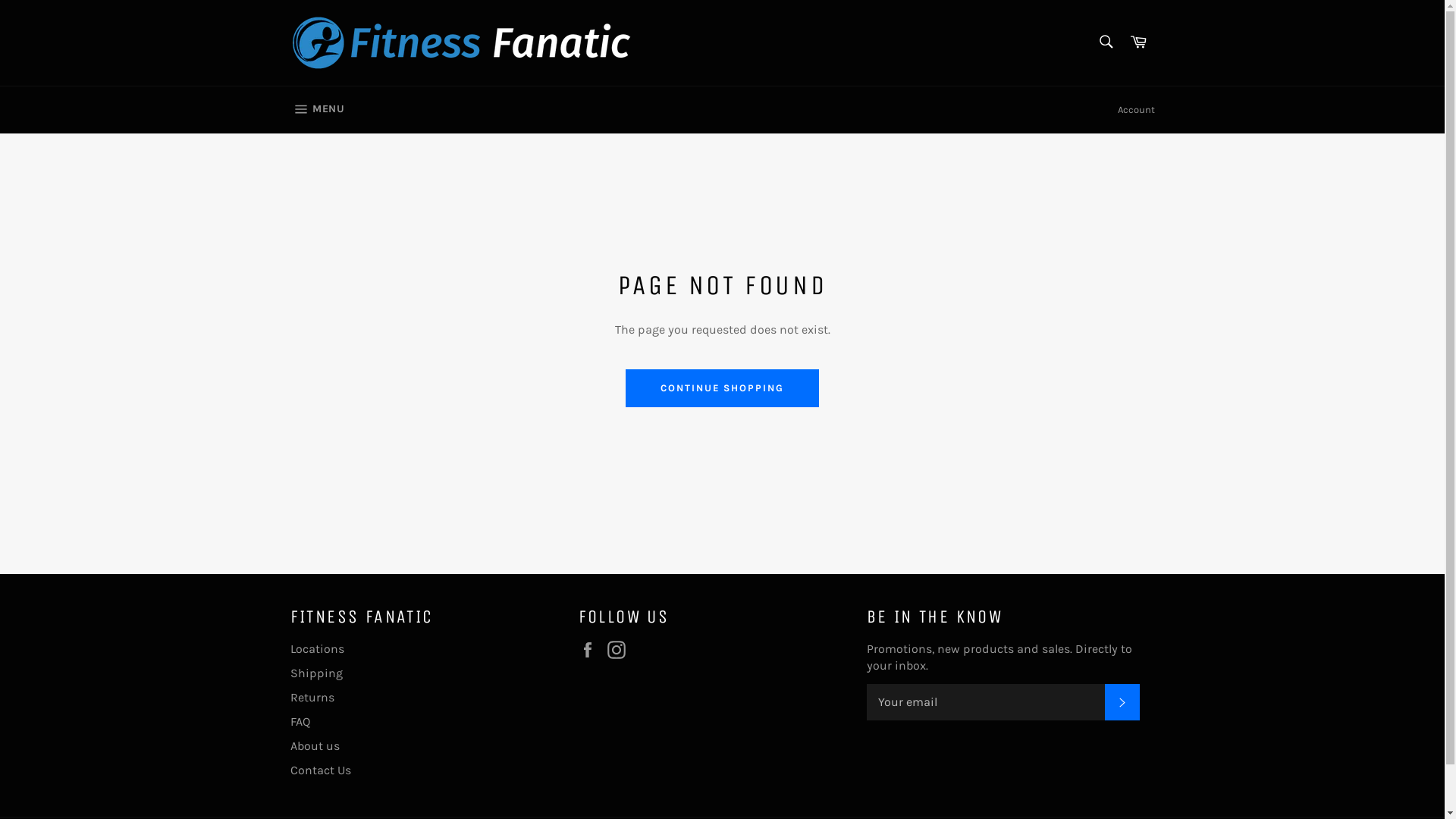 This screenshot has height=819, width=1456. Describe the element at coordinates (1121, 701) in the screenshot. I see `'SUBSCRIBE'` at that location.